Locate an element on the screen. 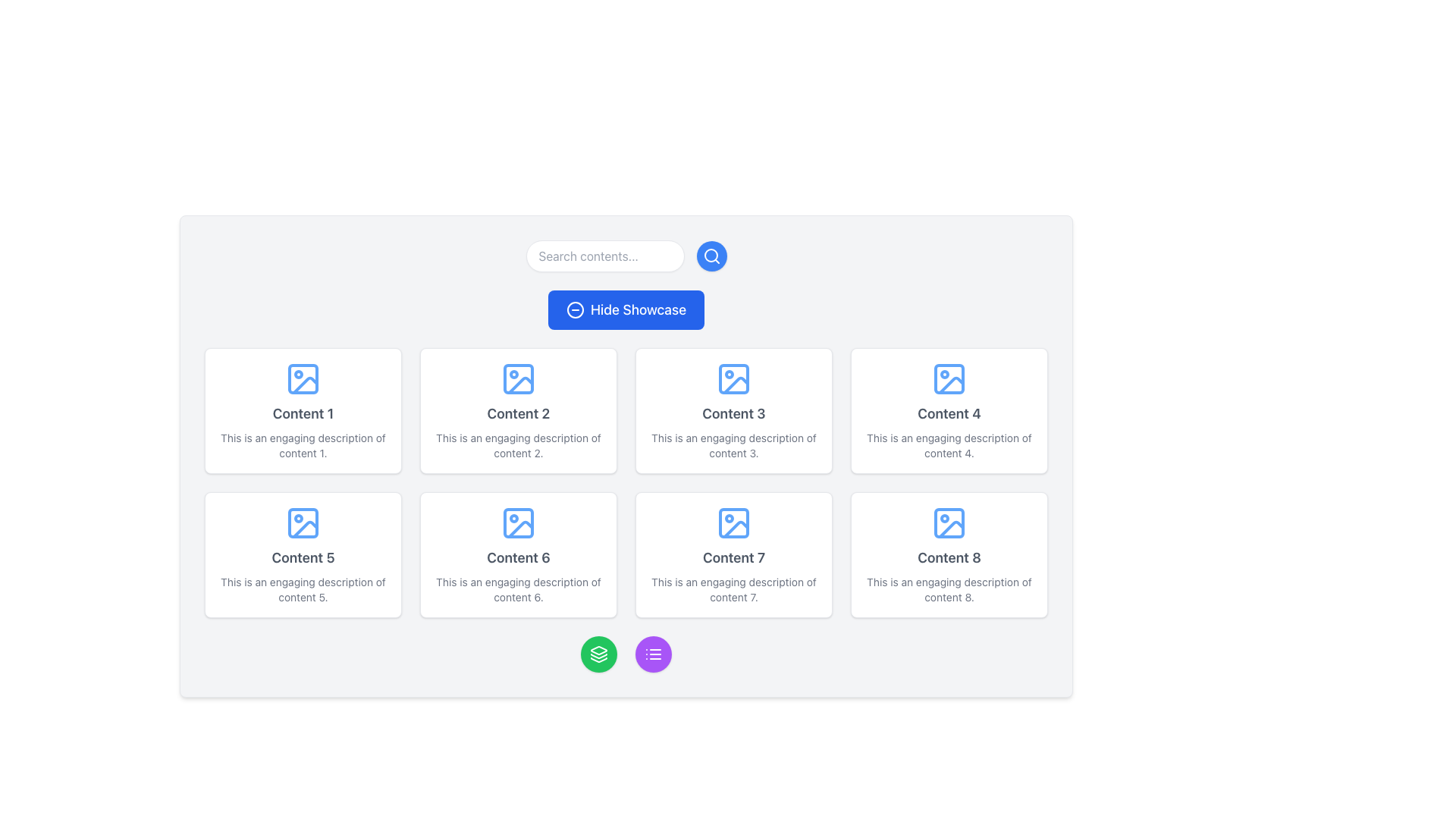 Image resolution: width=1456 pixels, height=819 pixels. the decorative rectangle in the SVG graphic that represents 'Content 5', located in the first item of the second row of the content grid is located at coordinates (303, 522).